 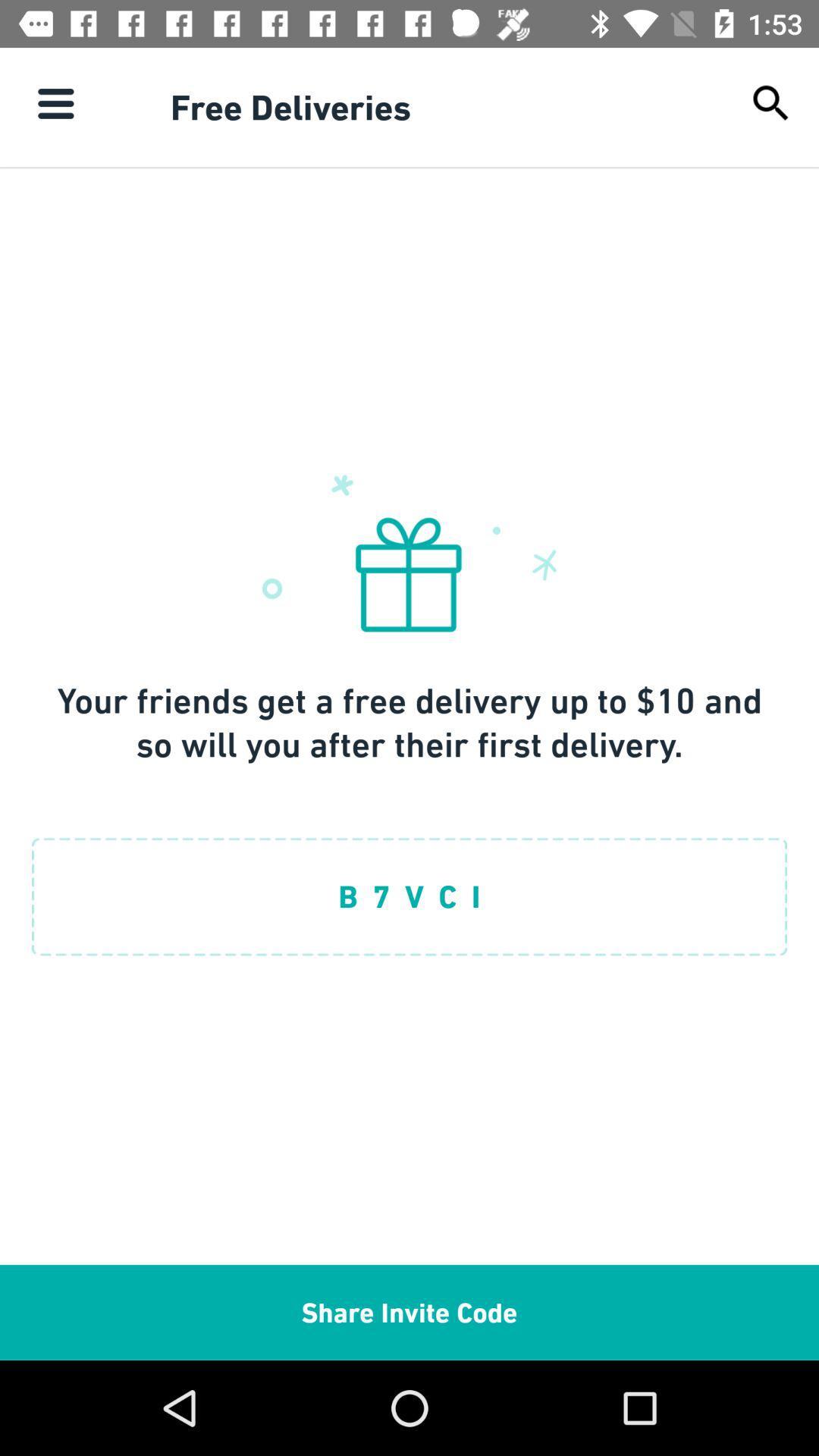 I want to click on item to the right of the free deliveries item, so click(x=771, y=102).